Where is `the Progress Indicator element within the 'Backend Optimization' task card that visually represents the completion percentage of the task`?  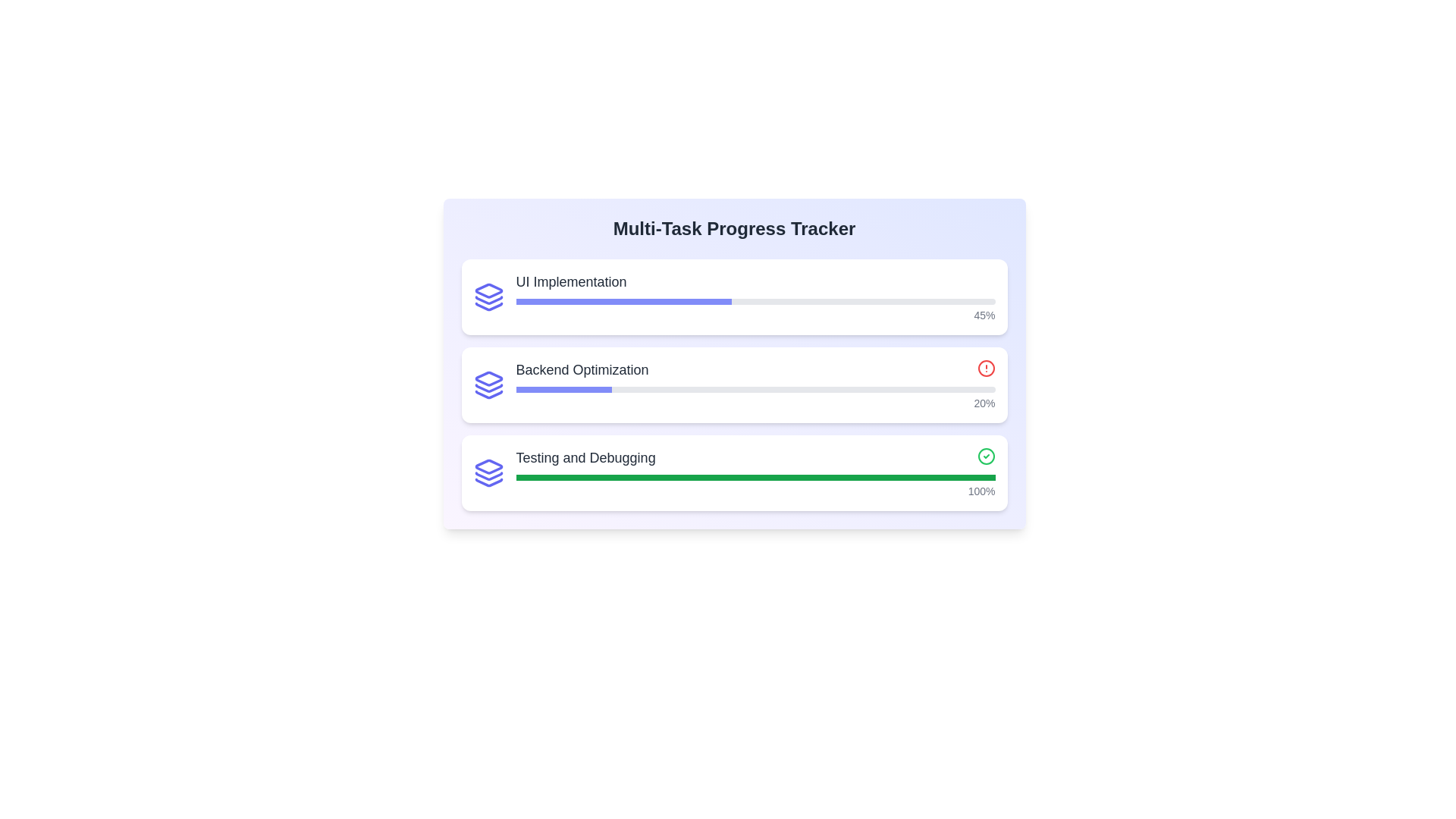
the Progress Indicator element within the 'Backend Optimization' task card that visually represents the completion percentage of the task is located at coordinates (563, 388).